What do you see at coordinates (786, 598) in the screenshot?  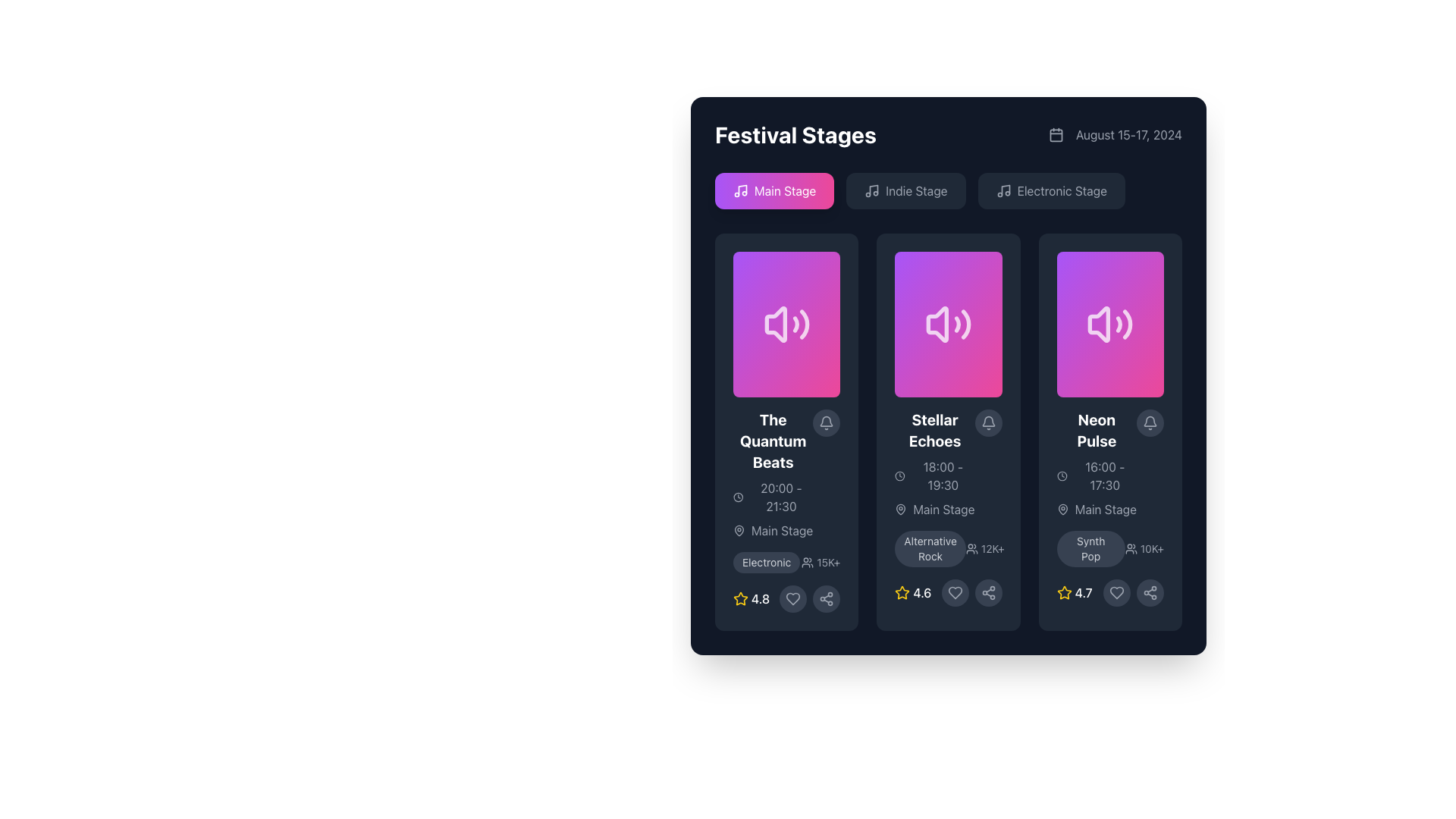 I see `the heart icon on the circular button located in the lower right corner of 'The Quantum Beats' card to mark it as favorite` at bounding box center [786, 598].